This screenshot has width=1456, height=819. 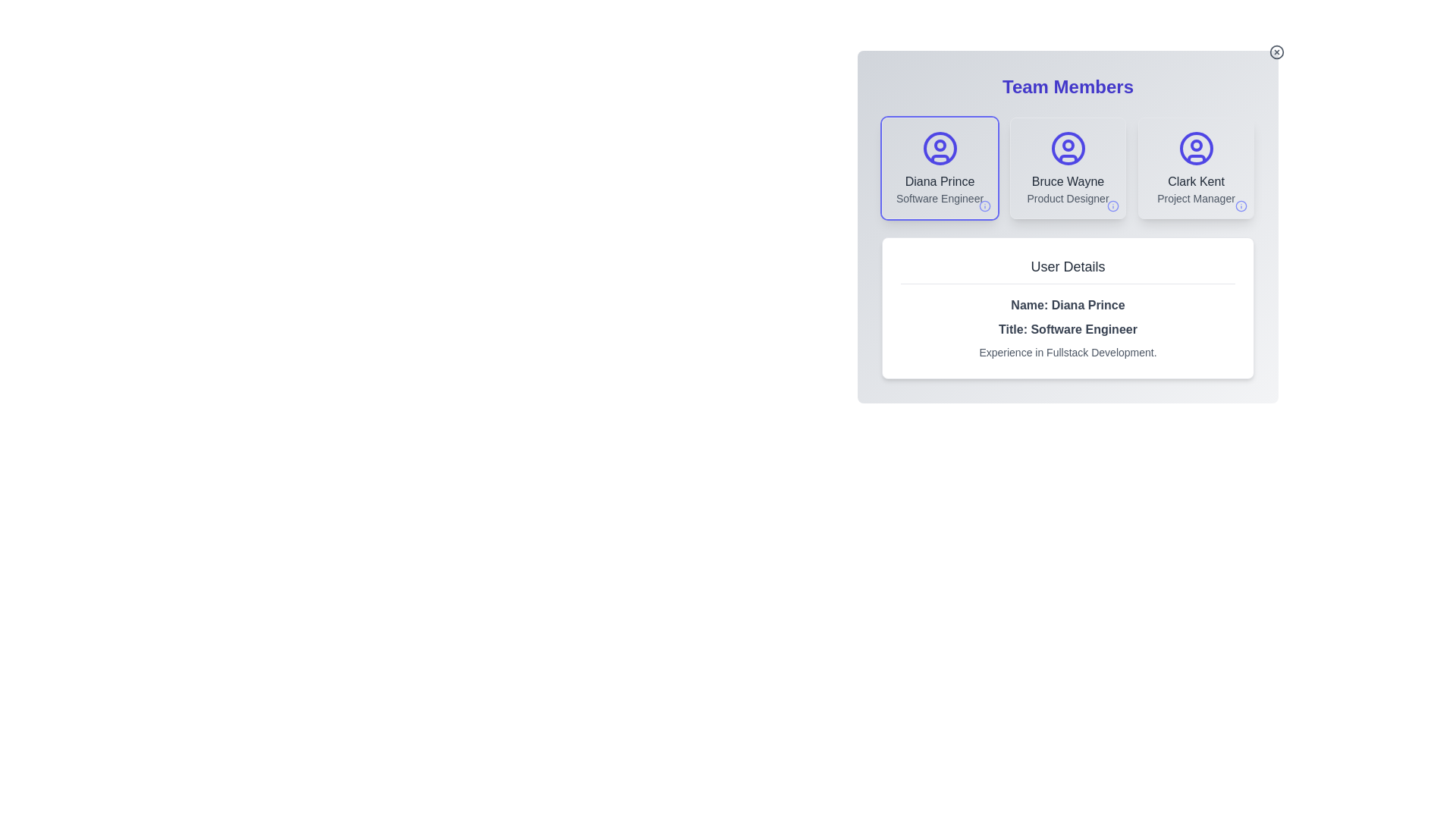 What do you see at coordinates (939, 149) in the screenshot?
I see `the user profile icon representing Diana Prince, located at the top center of the card containing her name and title in the 'Team Members' section` at bounding box center [939, 149].